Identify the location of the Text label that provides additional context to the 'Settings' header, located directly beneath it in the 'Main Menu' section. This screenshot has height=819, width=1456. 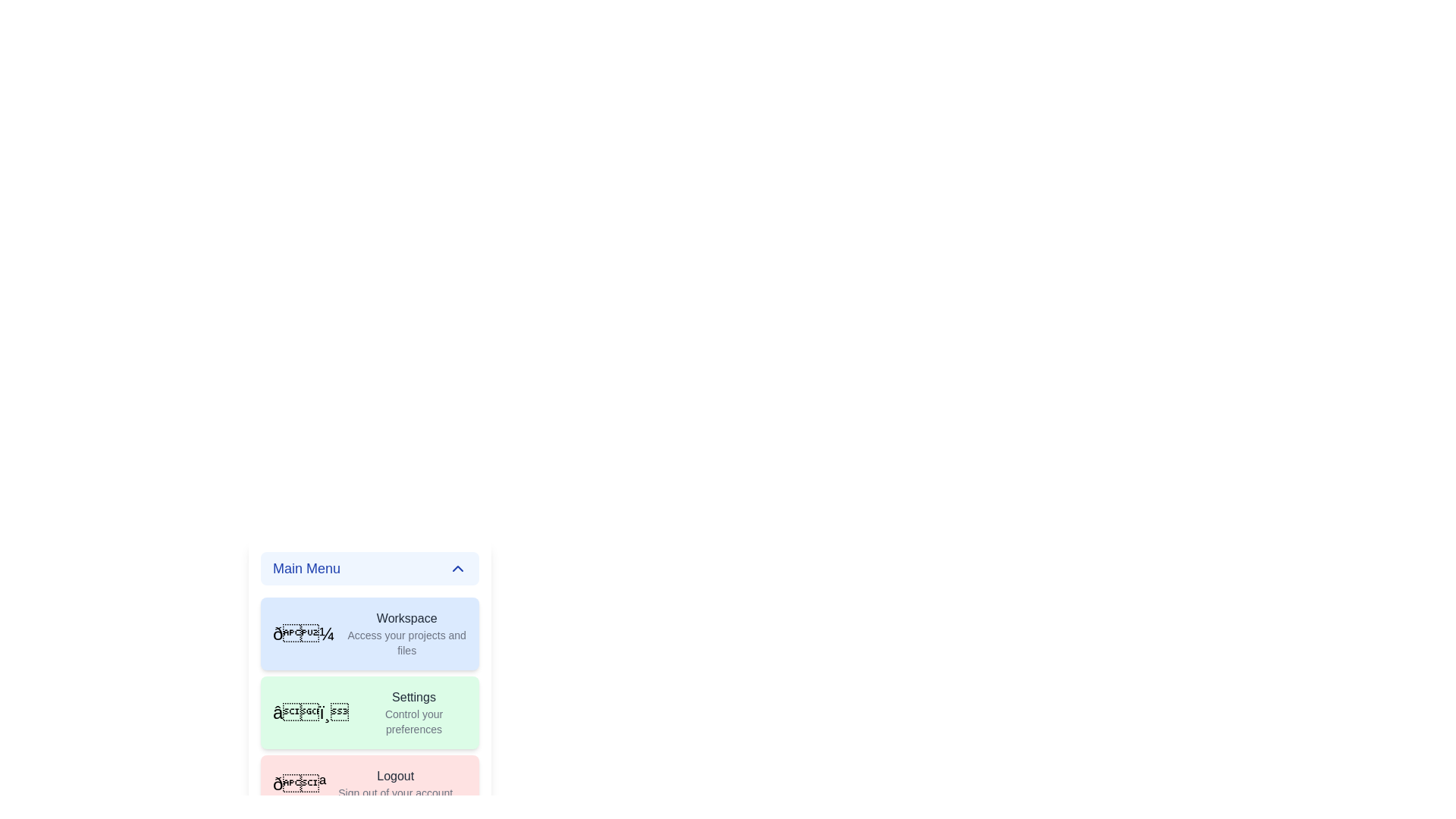
(414, 721).